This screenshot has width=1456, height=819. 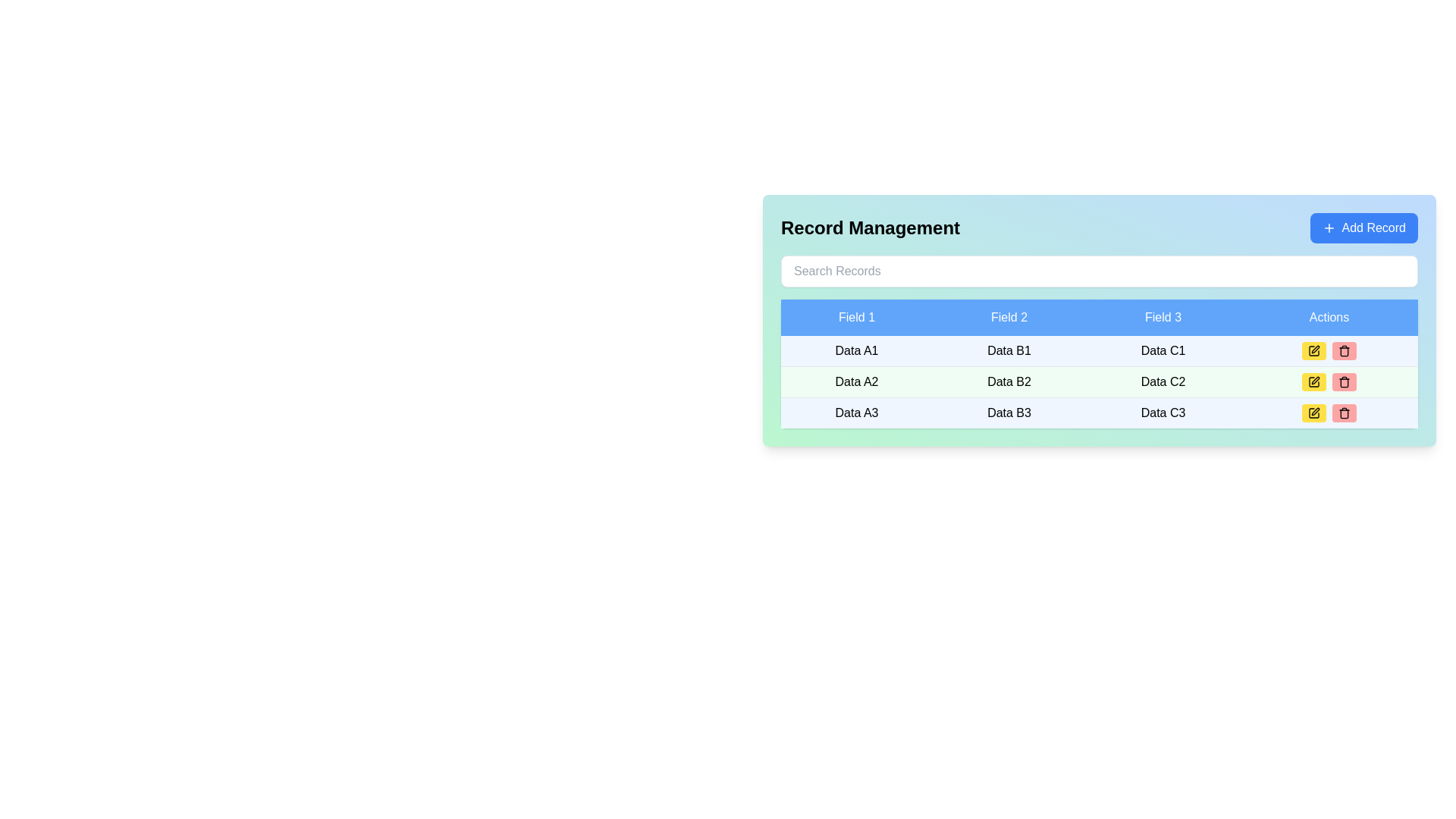 What do you see at coordinates (1009, 317) in the screenshot?
I see `the Static Text Label reading 'Field 2', which is styled with a blue background and is part of the header row of a data table` at bounding box center [1009, 317].